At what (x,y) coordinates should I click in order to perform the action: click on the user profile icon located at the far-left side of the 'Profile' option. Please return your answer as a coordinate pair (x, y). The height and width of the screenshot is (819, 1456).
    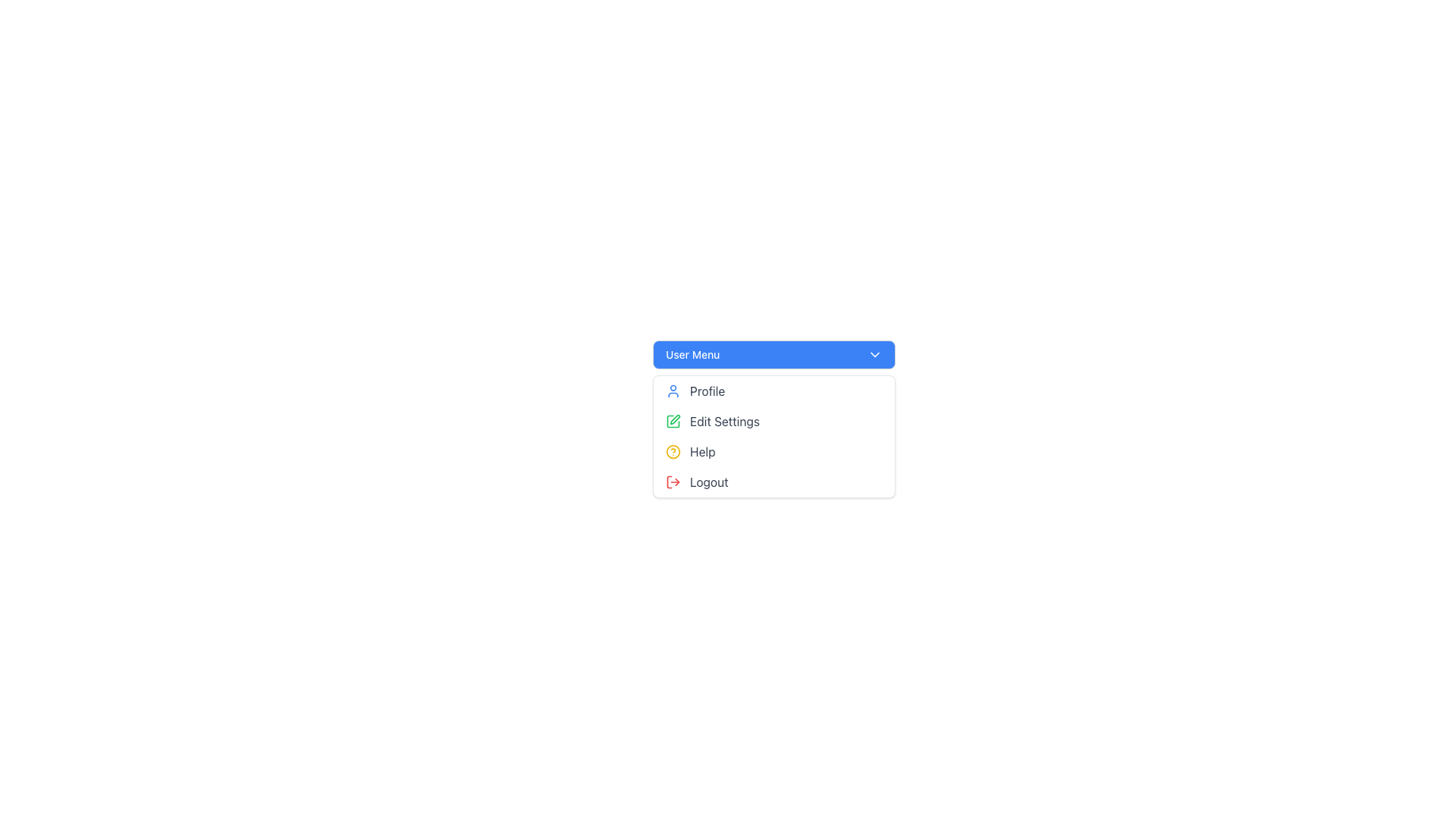
    Looking at the image, I should click on (673, 391).